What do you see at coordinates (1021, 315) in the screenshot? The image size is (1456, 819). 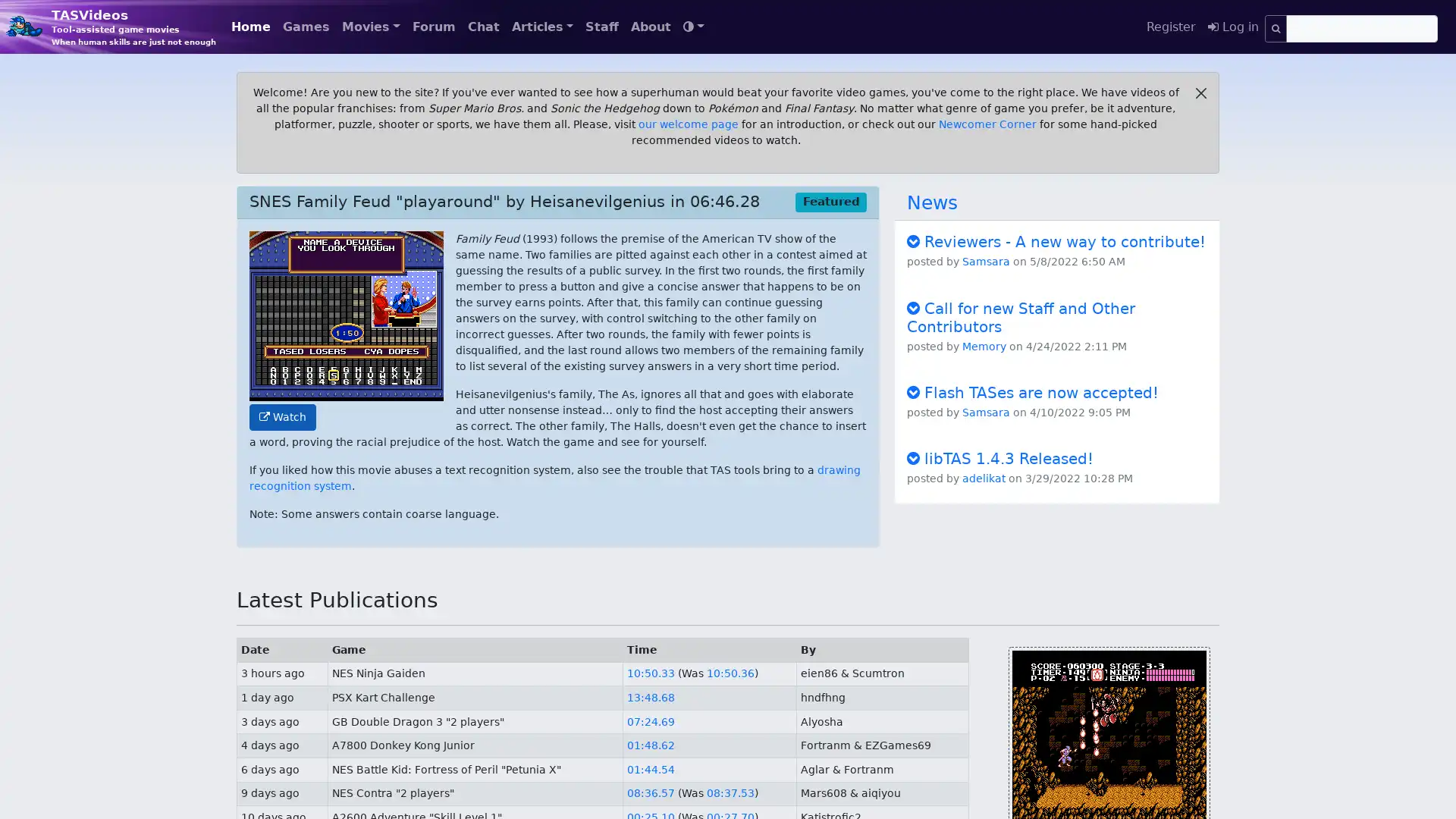 I see `Call for new Staff and Other Contributors` at bounding box center [1021, 315].